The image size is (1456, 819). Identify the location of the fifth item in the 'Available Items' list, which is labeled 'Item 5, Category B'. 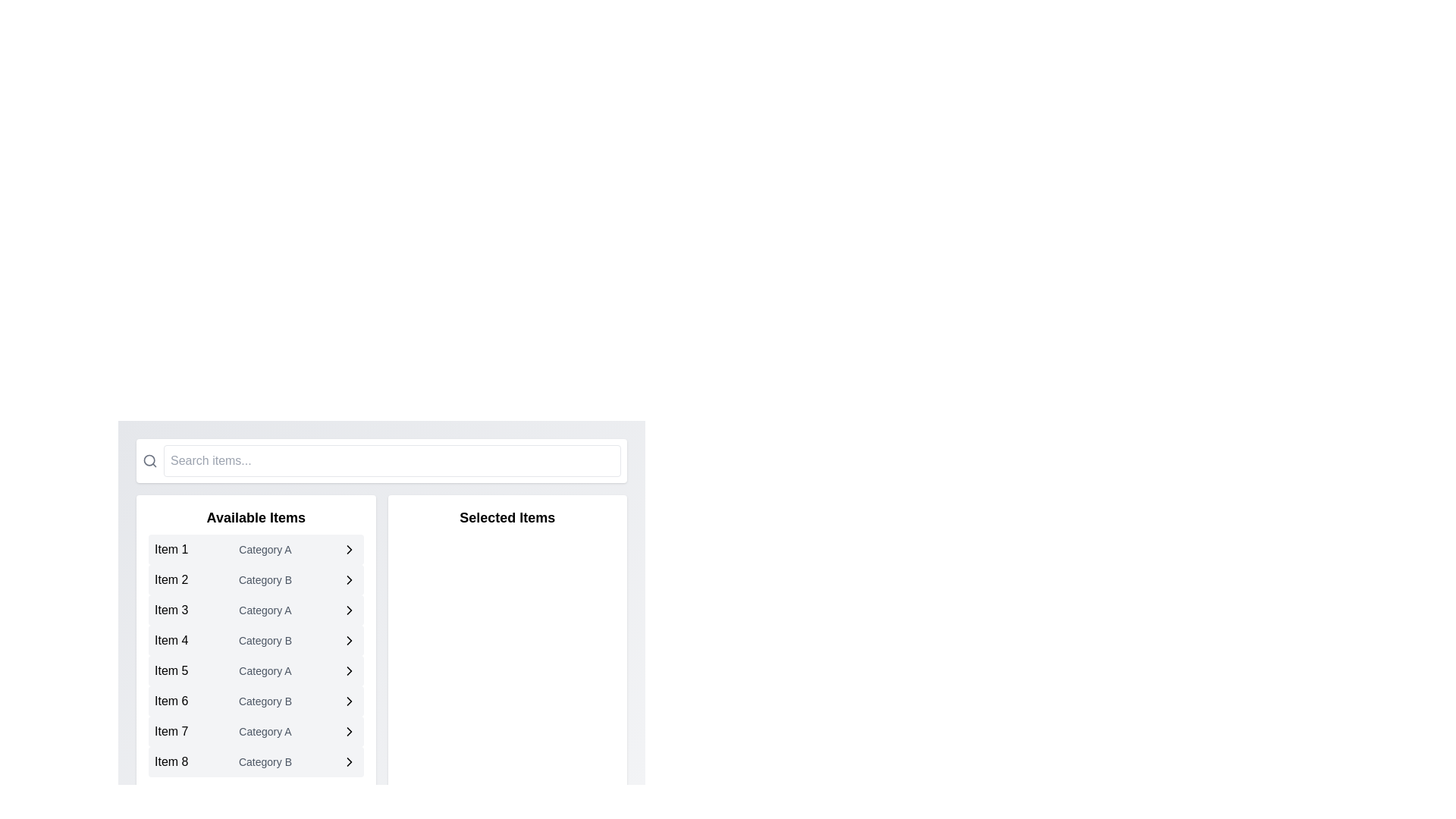
(256, 654).